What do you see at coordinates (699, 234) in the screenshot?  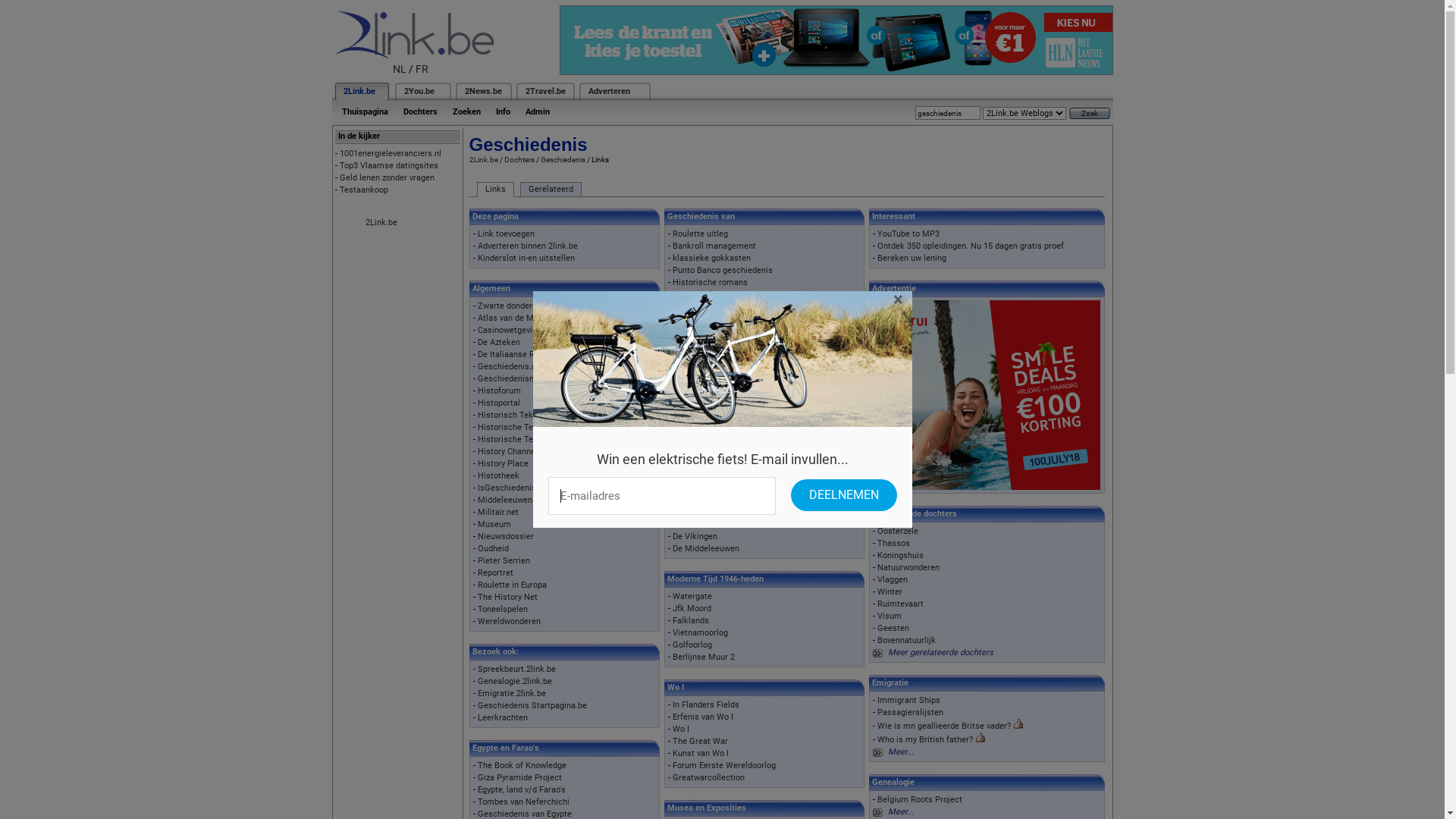 I see `'Roulette uitleg'` at bounding box center [699, 234].